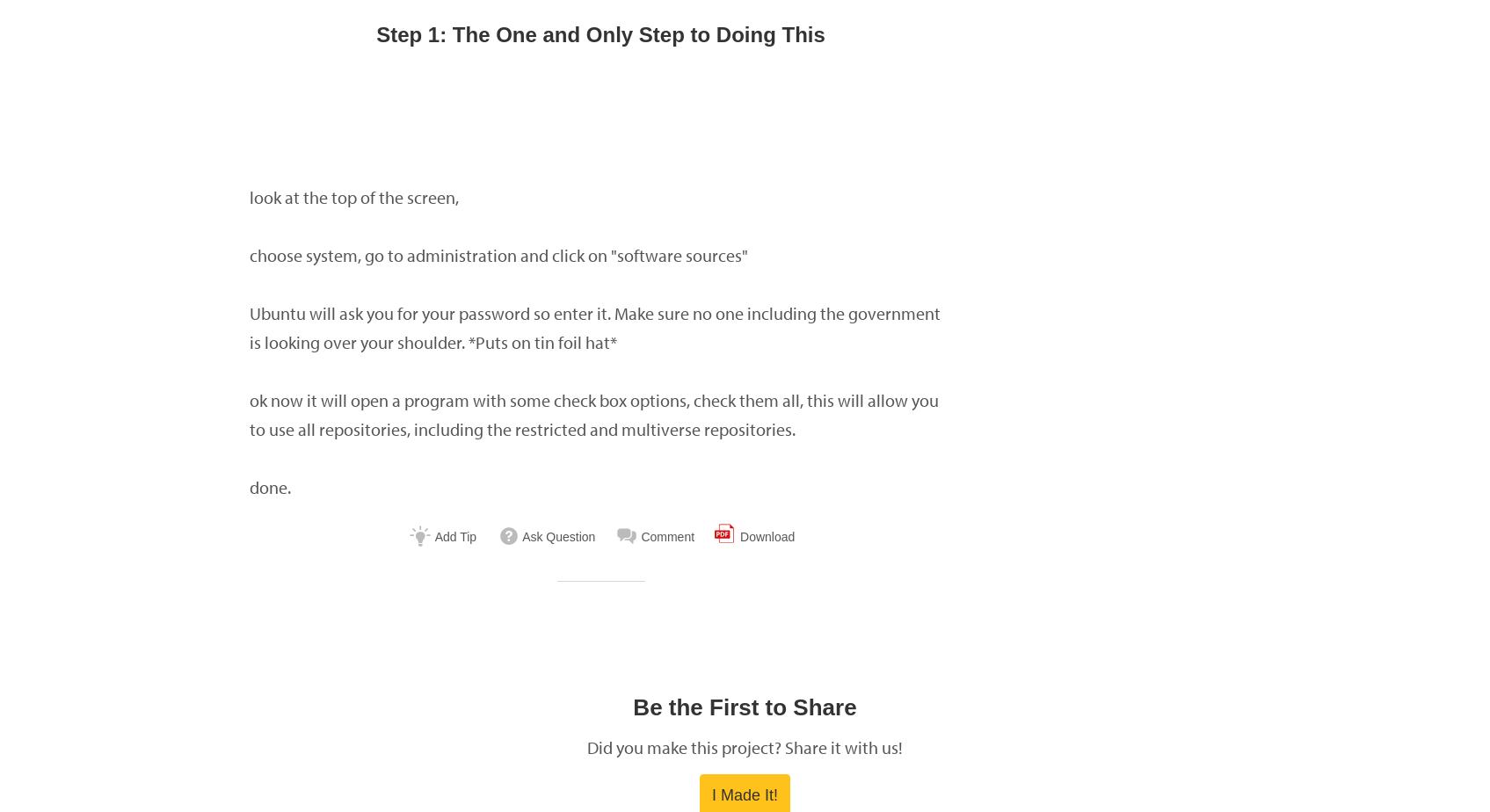  Describe the element at coordinates (593, 328) in the screenshot. I see `'Ubuntu will ask you for your password so enter it. Make sure no one including the government is looking over your shoulder.  *Puts on tin foil hat*'` at that location.